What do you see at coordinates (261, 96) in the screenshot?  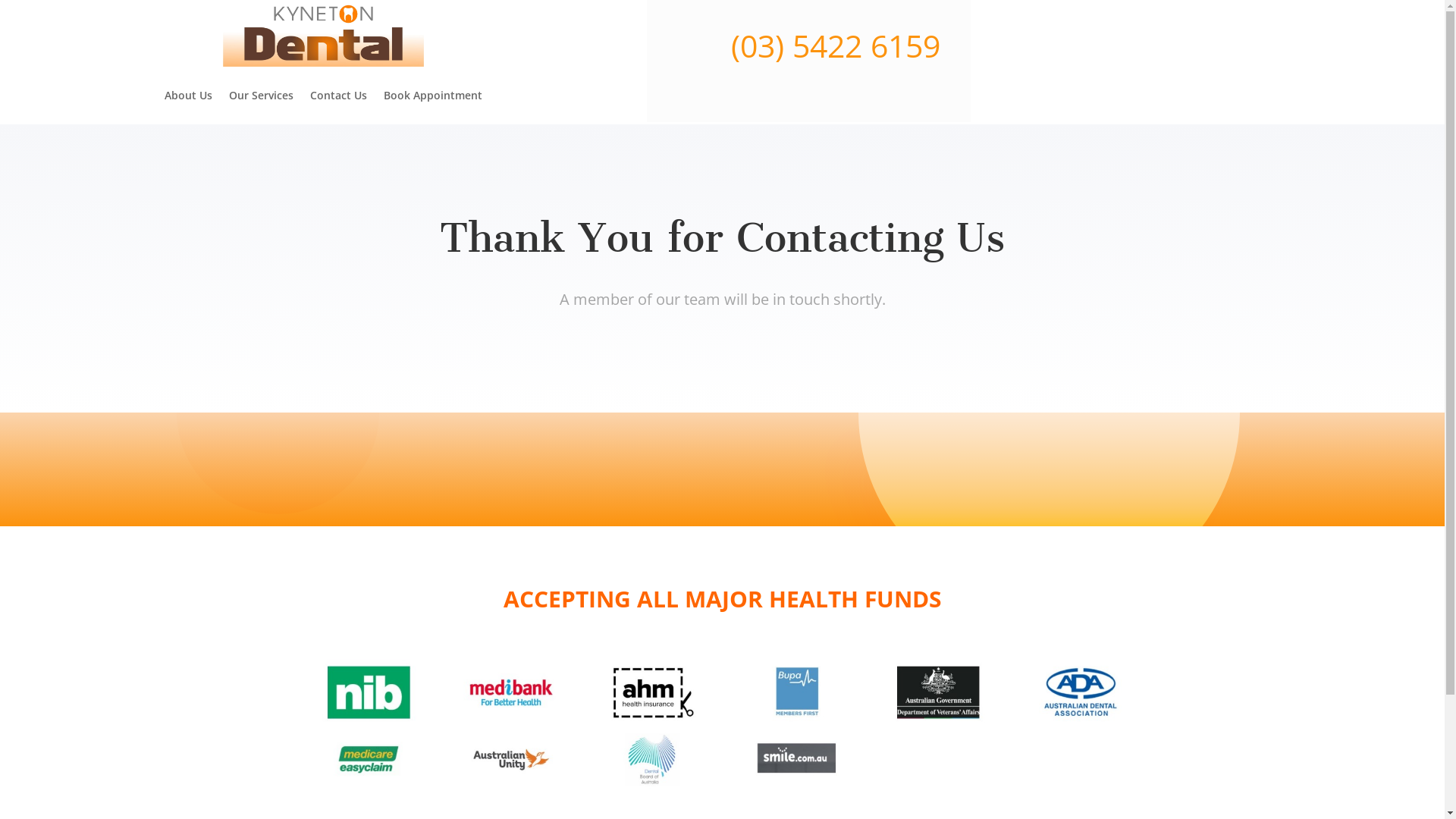 I see `'Our Services'` at bounding box center [261, 96].